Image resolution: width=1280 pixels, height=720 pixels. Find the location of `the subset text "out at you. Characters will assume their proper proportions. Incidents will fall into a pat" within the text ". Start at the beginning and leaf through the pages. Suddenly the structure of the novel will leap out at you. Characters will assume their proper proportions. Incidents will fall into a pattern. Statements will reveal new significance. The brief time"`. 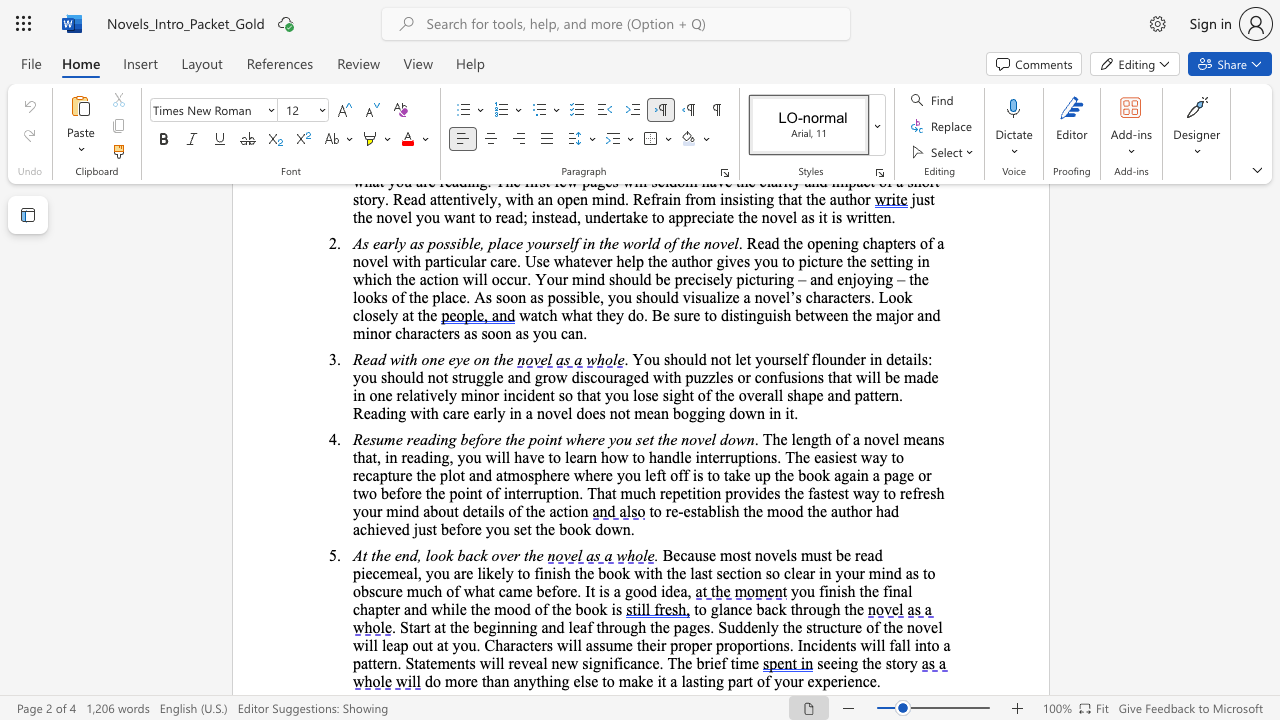

the subset text "out at you. Characters will assume their proper proportions. Incidents will fall into a pat" within the text ". Start at the beginning and leaf through the pages. Suddenly the structure of the novel will leap out at you. Characters will assume their proper proportions. Incidents will fall into a pattern. Statements will reveal new significance. The brief time" is located at coordinates (411, 645).